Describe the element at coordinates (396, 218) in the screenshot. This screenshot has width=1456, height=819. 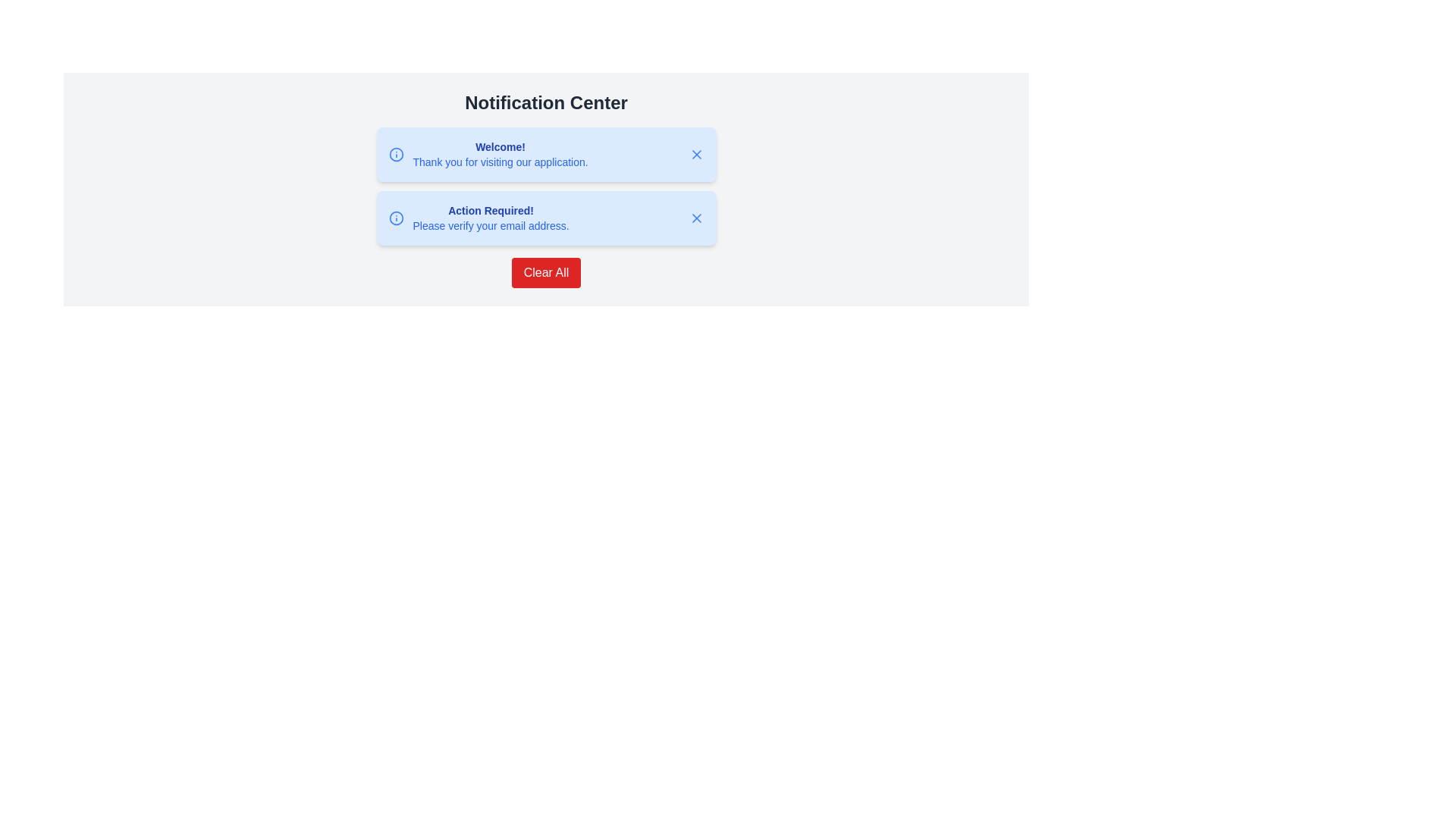
I see `the information indicator icon located on the left side within the notification card titled 'Action Required!'` at that location.